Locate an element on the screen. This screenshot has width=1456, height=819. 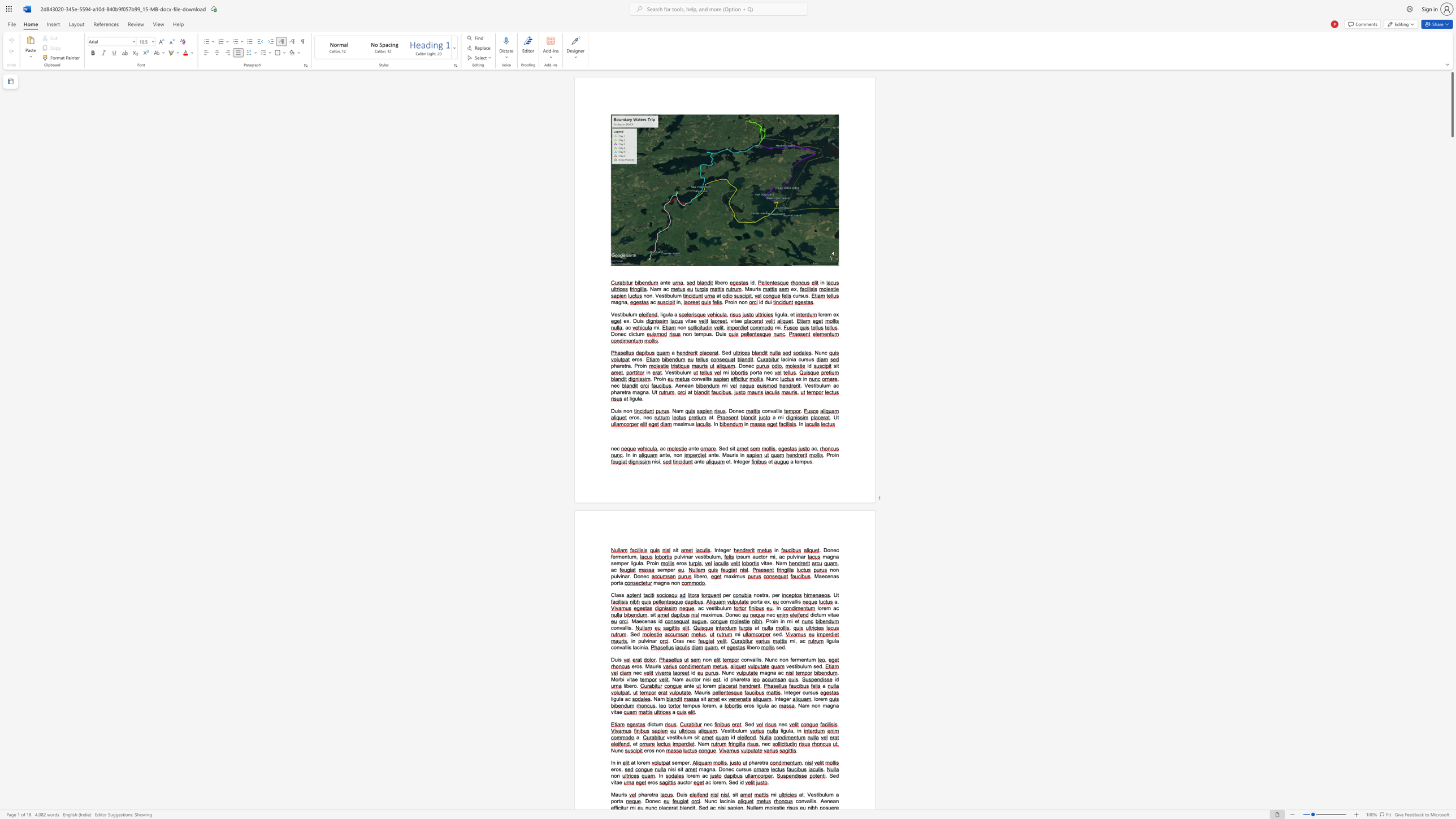
the 1th character "x" in the text is located at coordinates (768, 601).